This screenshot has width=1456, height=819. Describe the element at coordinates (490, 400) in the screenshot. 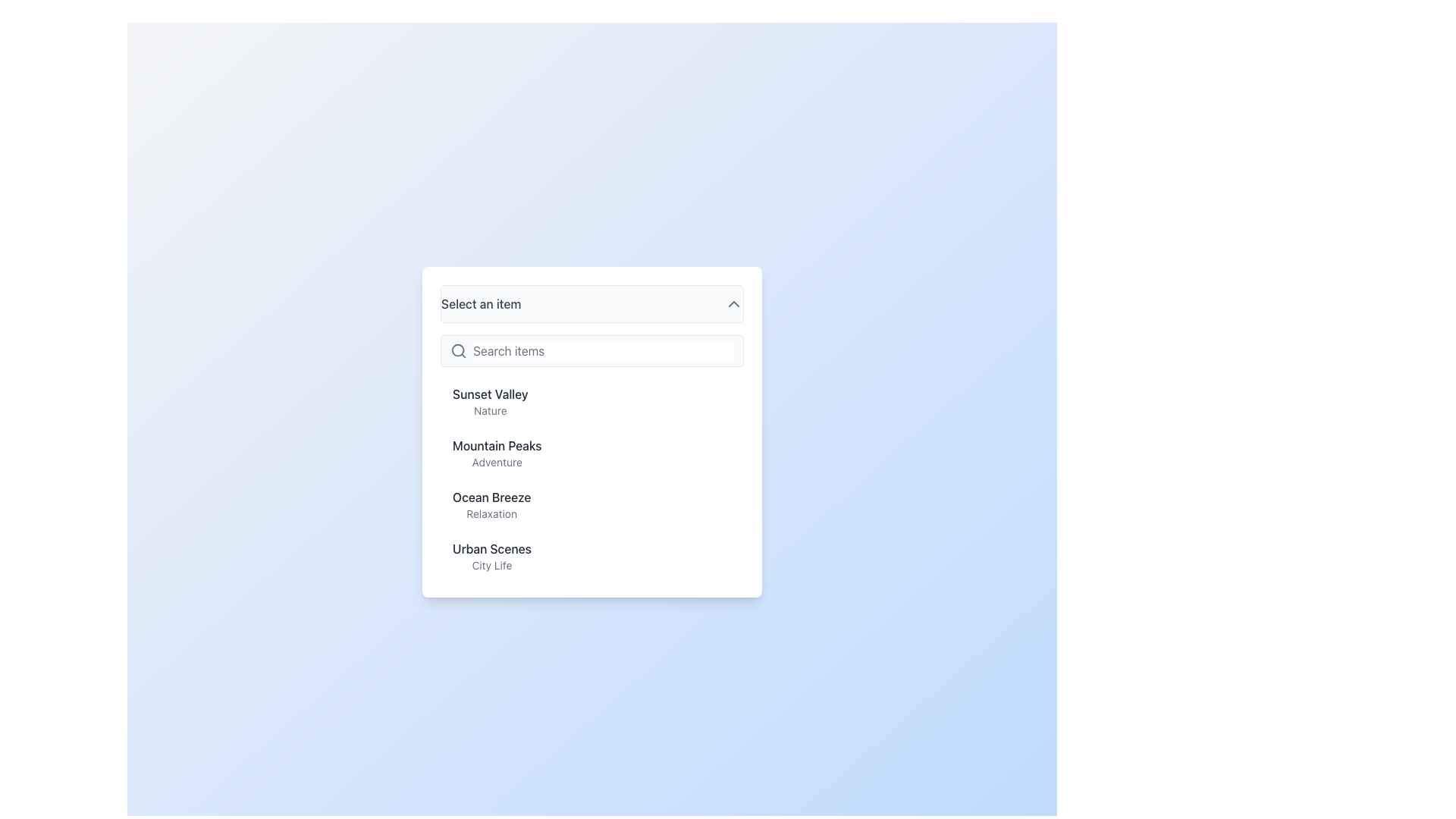

I see `the 'Sunset Valley' text block, which is the first item in the selectable list under the search bar` at that location.